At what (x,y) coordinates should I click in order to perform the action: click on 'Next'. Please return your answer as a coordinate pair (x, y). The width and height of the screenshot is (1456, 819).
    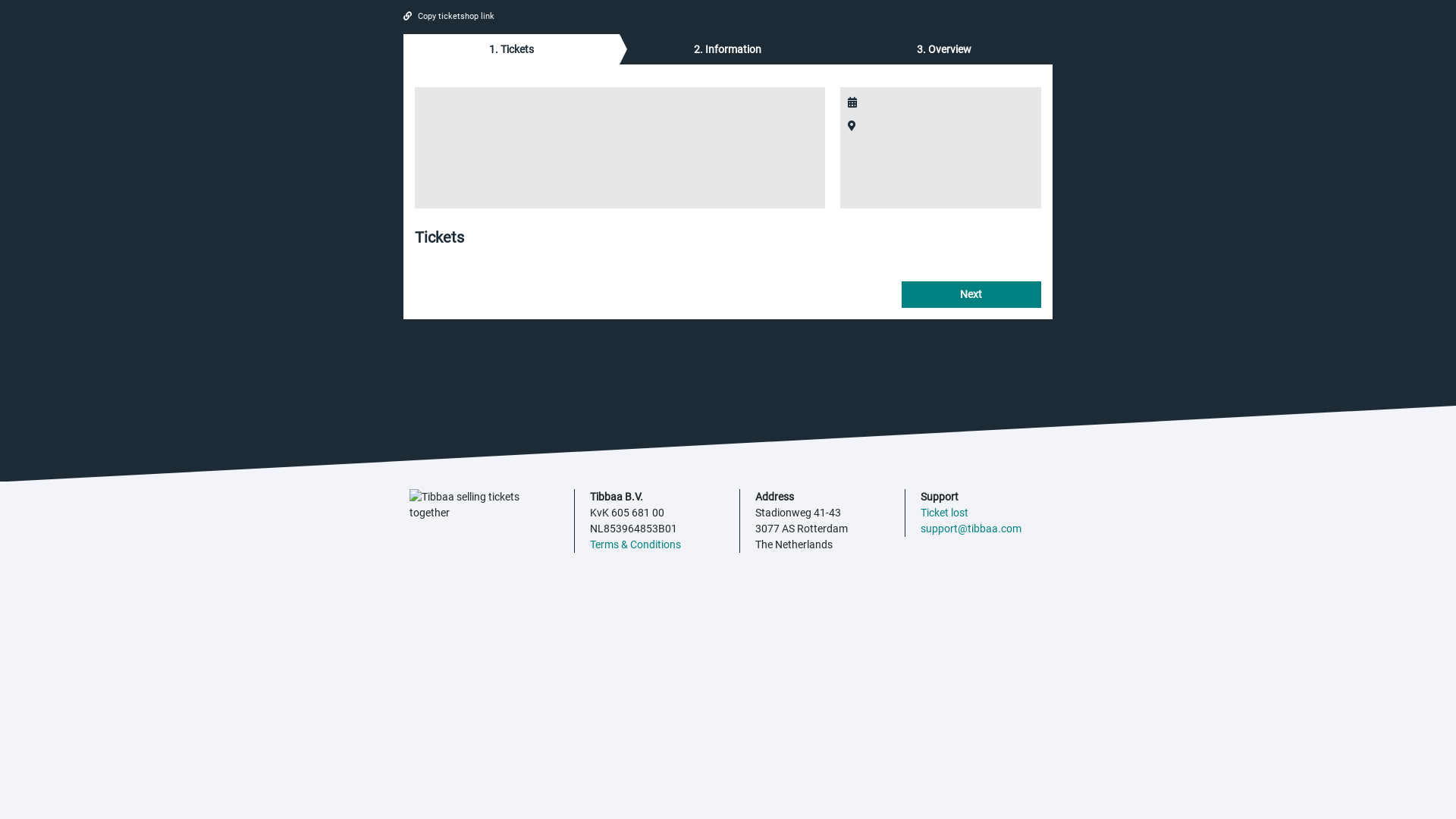
    Looking at the image, I should click on (902, 293).